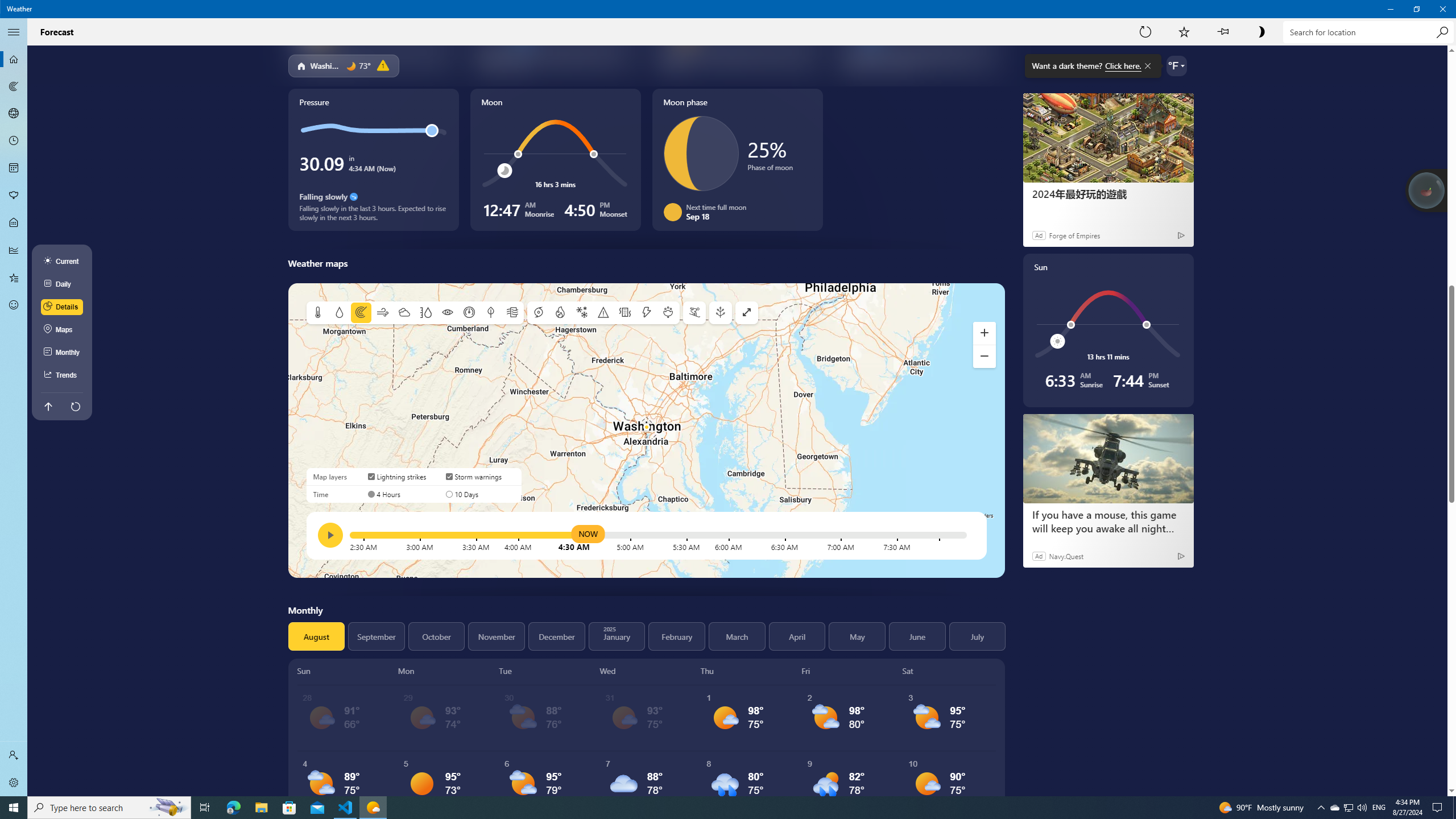  Describe the element at coordinates (14, 249) in the screenshot. I see `'Historical Weather - Not Selected'` at that location.